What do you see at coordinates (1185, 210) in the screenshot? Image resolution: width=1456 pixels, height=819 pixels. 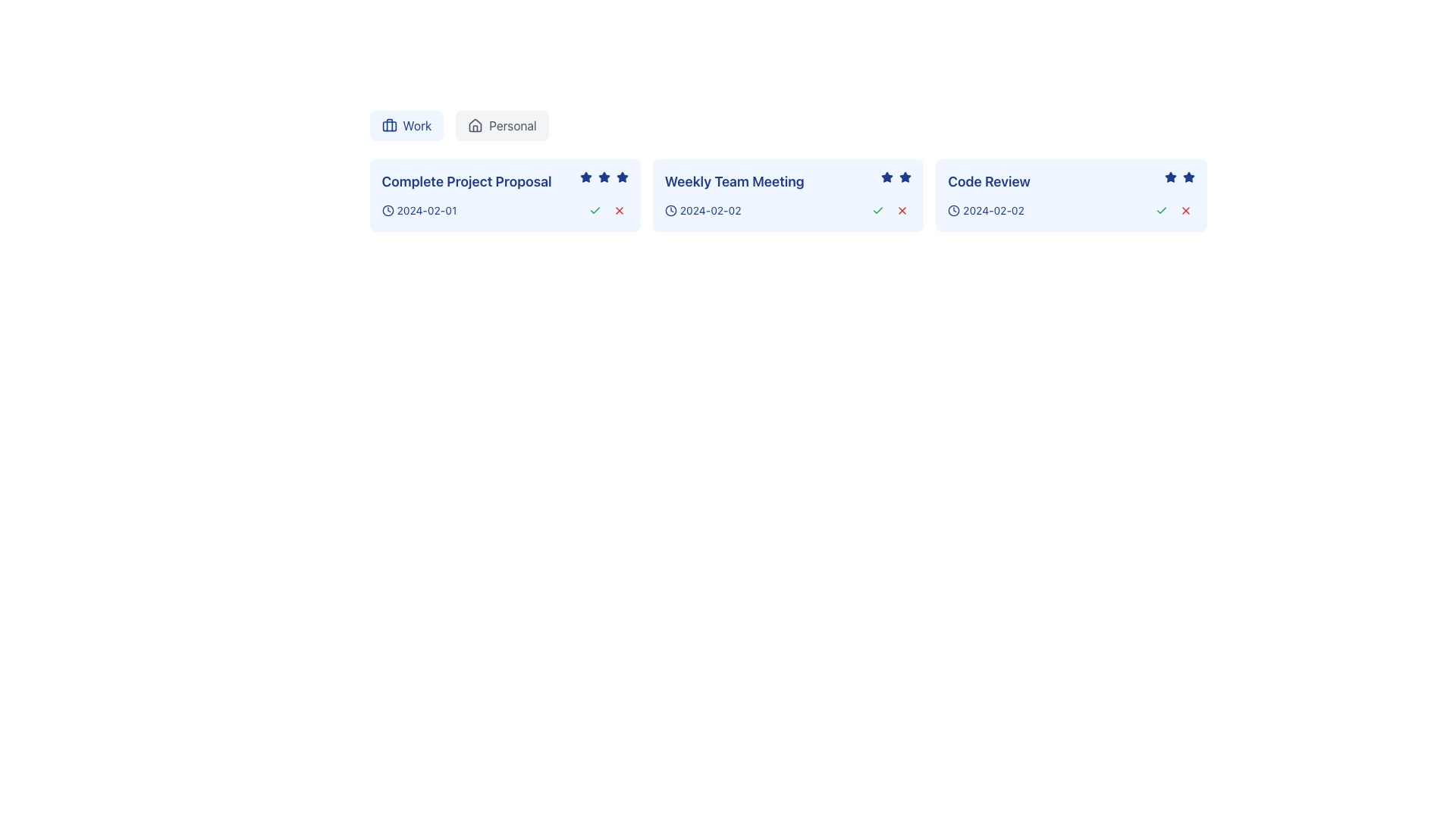 I see `the delete button with an icon located to the right of the green check-mark button in the 'Code Review' card` at bounding box center [1185, 210].